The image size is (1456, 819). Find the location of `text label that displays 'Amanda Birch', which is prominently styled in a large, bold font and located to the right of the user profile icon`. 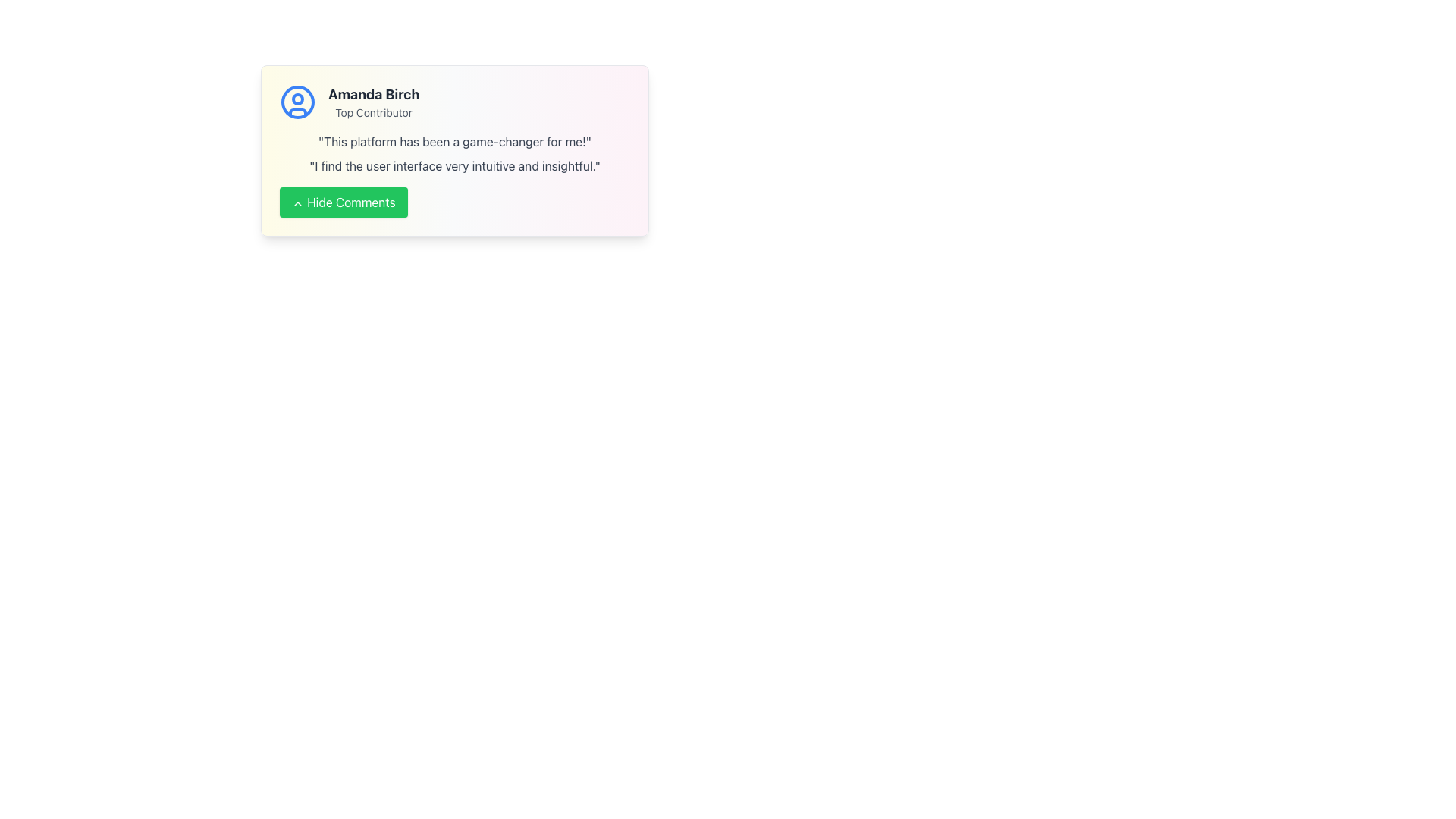

text label that displays 'Amanda Birch', which is prominently styled in a large, bold font and located to the right of the user profile icon is located at coordinates (374, 94).